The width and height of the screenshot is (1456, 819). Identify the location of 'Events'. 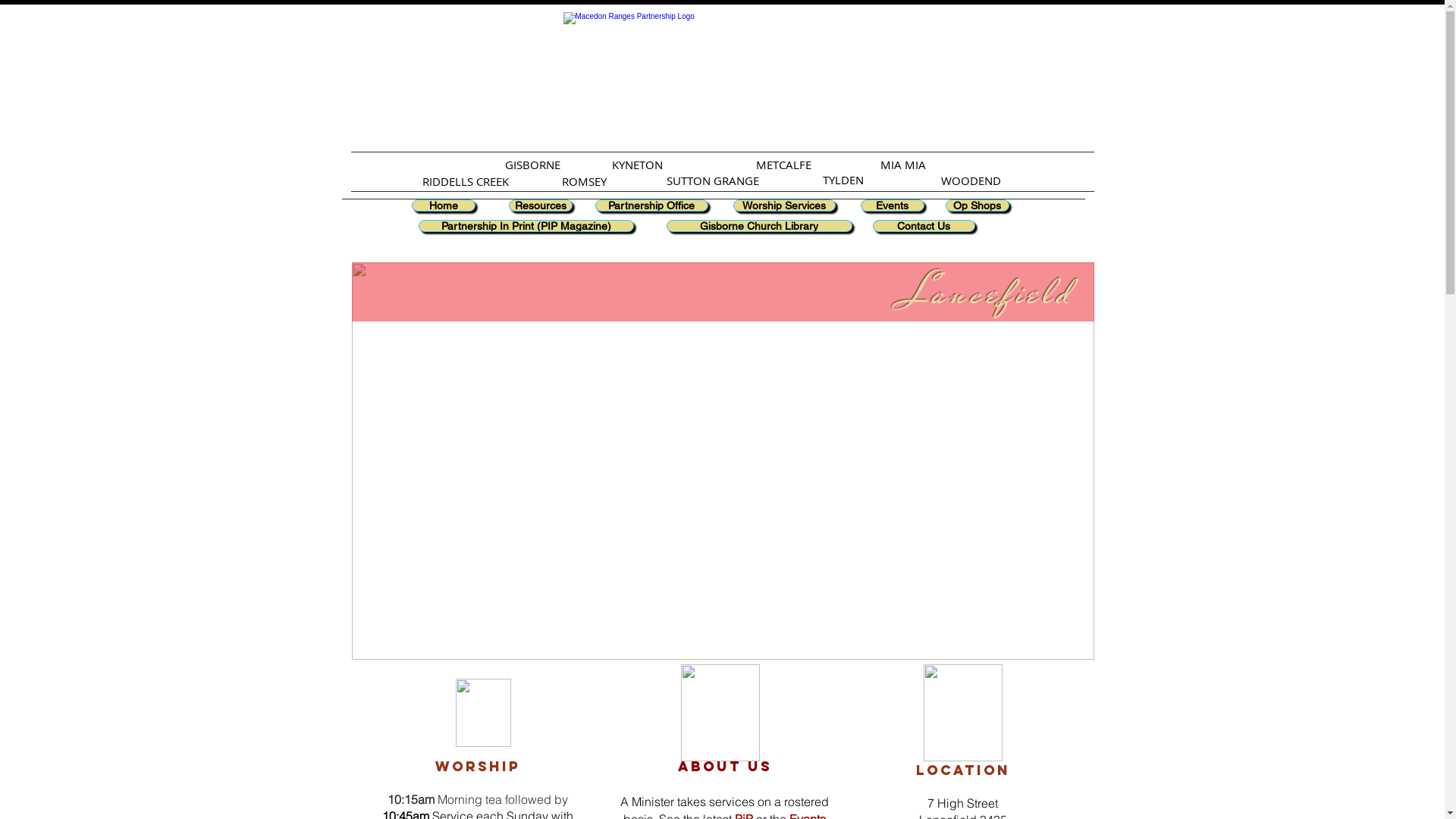
(892, 205).